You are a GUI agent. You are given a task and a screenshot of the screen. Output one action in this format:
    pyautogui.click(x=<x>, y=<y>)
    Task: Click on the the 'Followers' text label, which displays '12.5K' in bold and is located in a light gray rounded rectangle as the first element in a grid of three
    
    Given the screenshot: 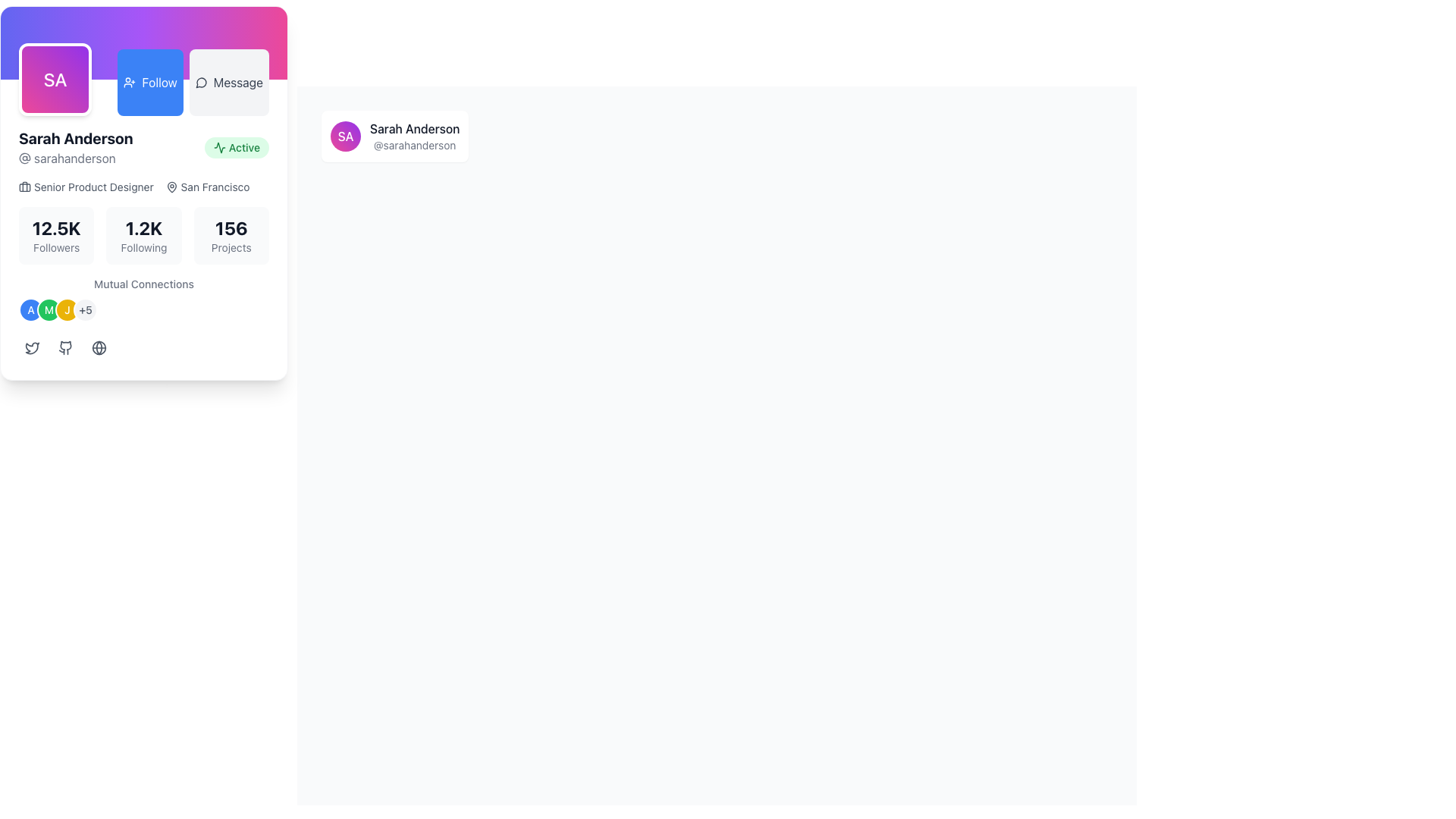 What is the action you would take?
    pyautogui.click(x=56, y=236)
    